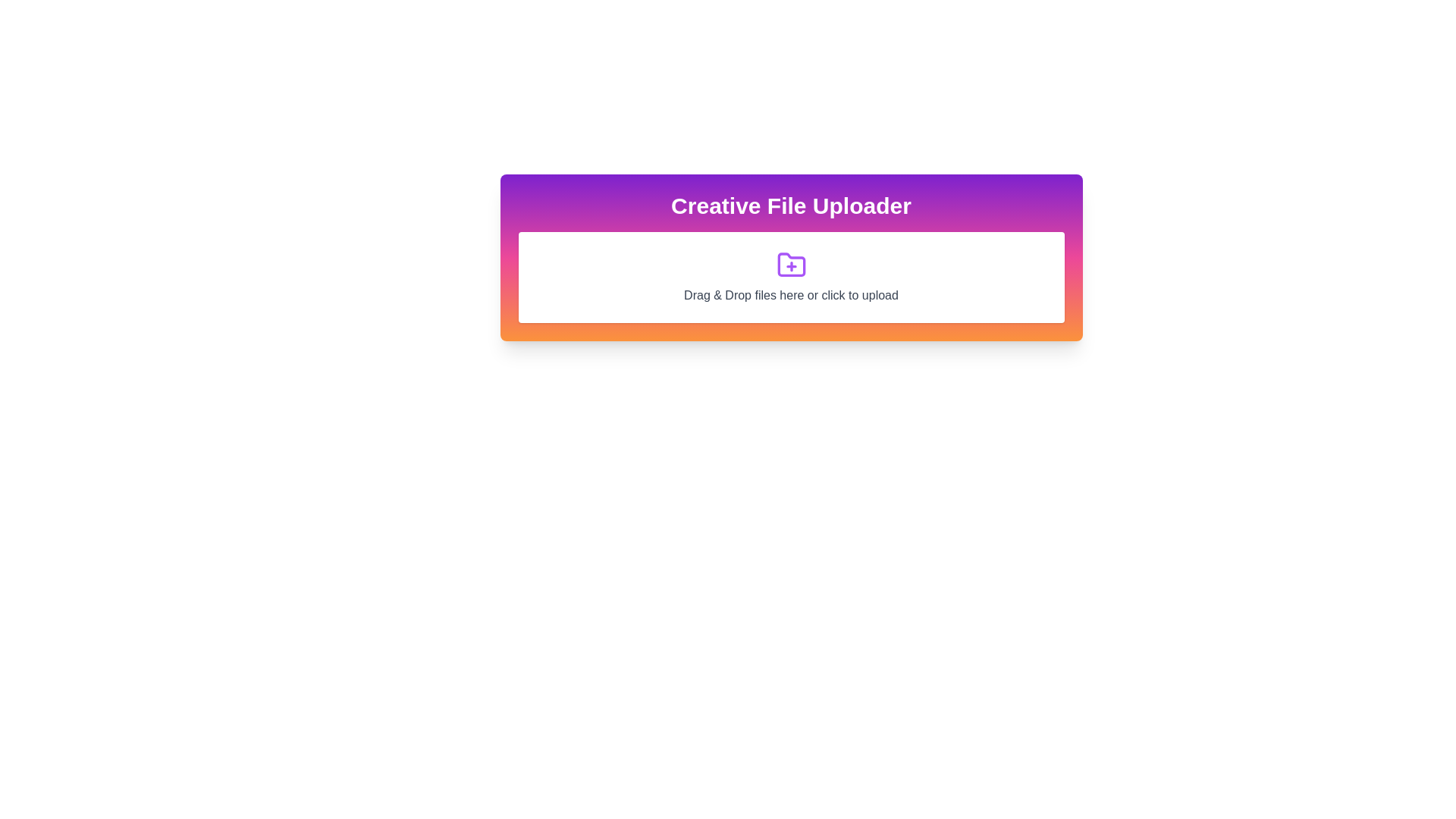 The height and width of the screenshot is (819, 1456). Describe the element at coordinates (790, 295) in the screenshot. I see `text content of the text label displaying 'Drag & Drop files here or click to upload', which is located beneath a purple icon in the file uploader interface` at that location.